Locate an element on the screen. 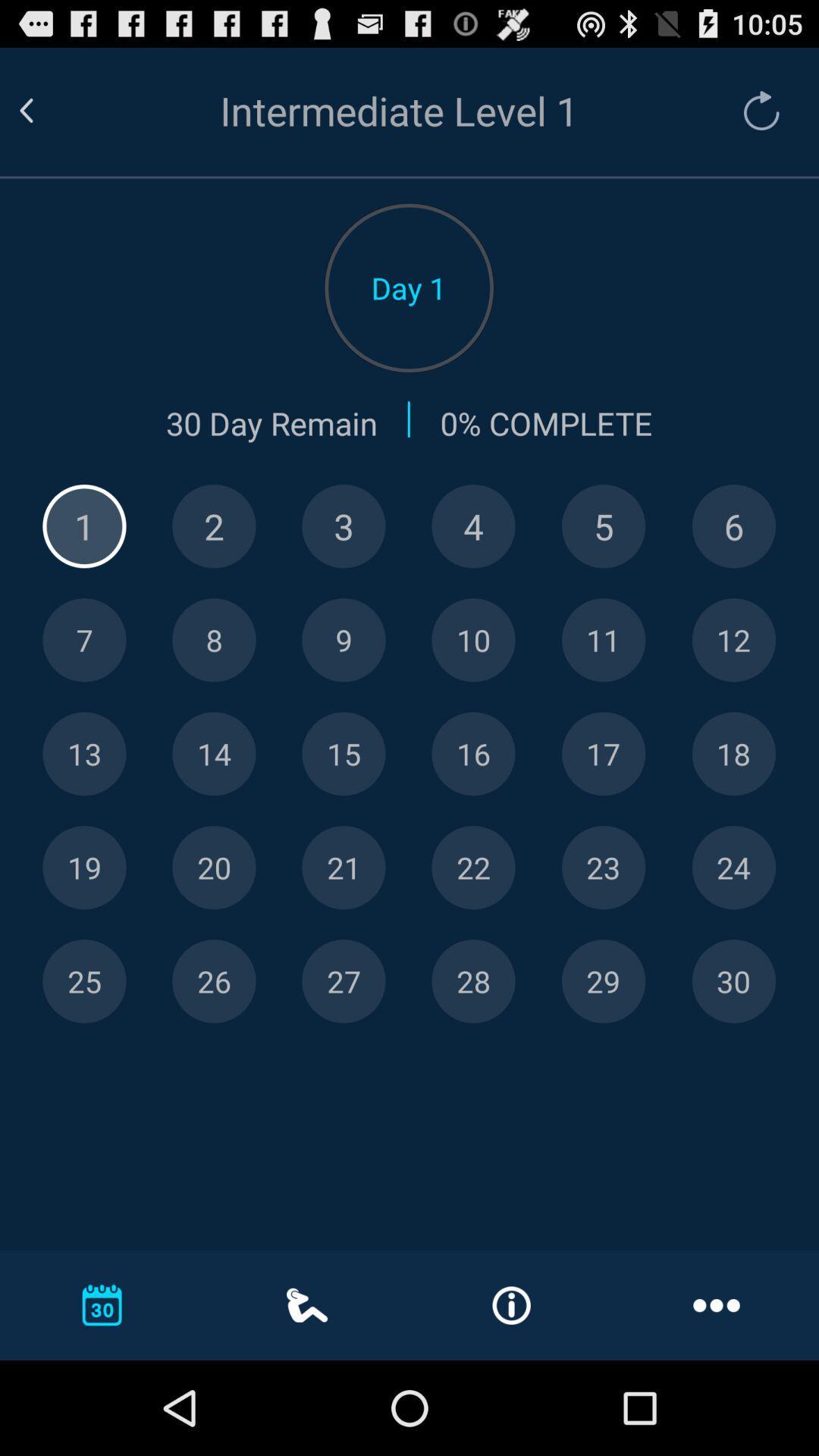 The height and width of the screenshot is (1456, 819). nineteen is located at coordinates (84, 868).